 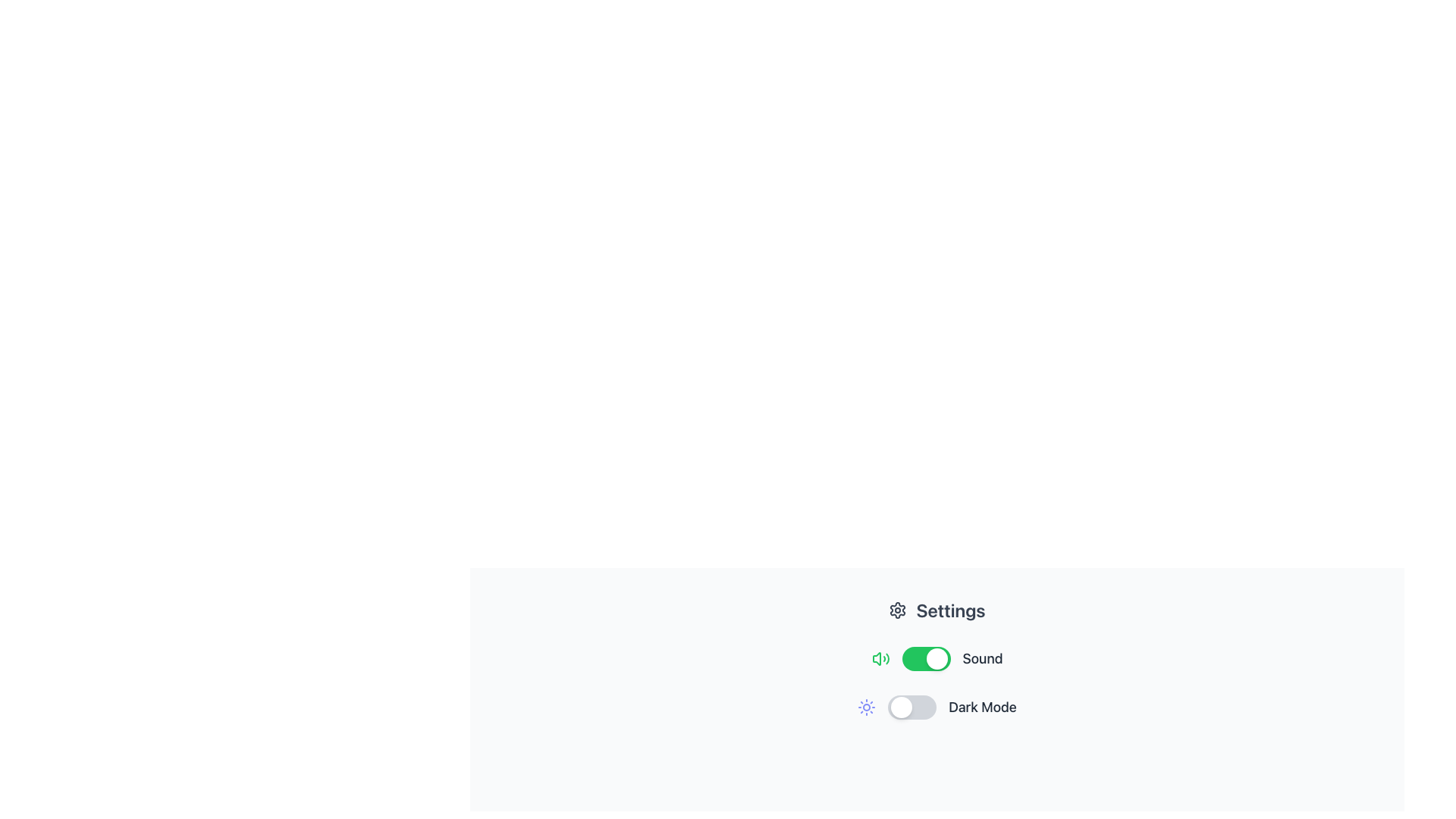 I want to click on the sun icon representing daylight or light mode, located on the left side of the 'Dark Mode' toggle switch, so click(x=867, y=708).